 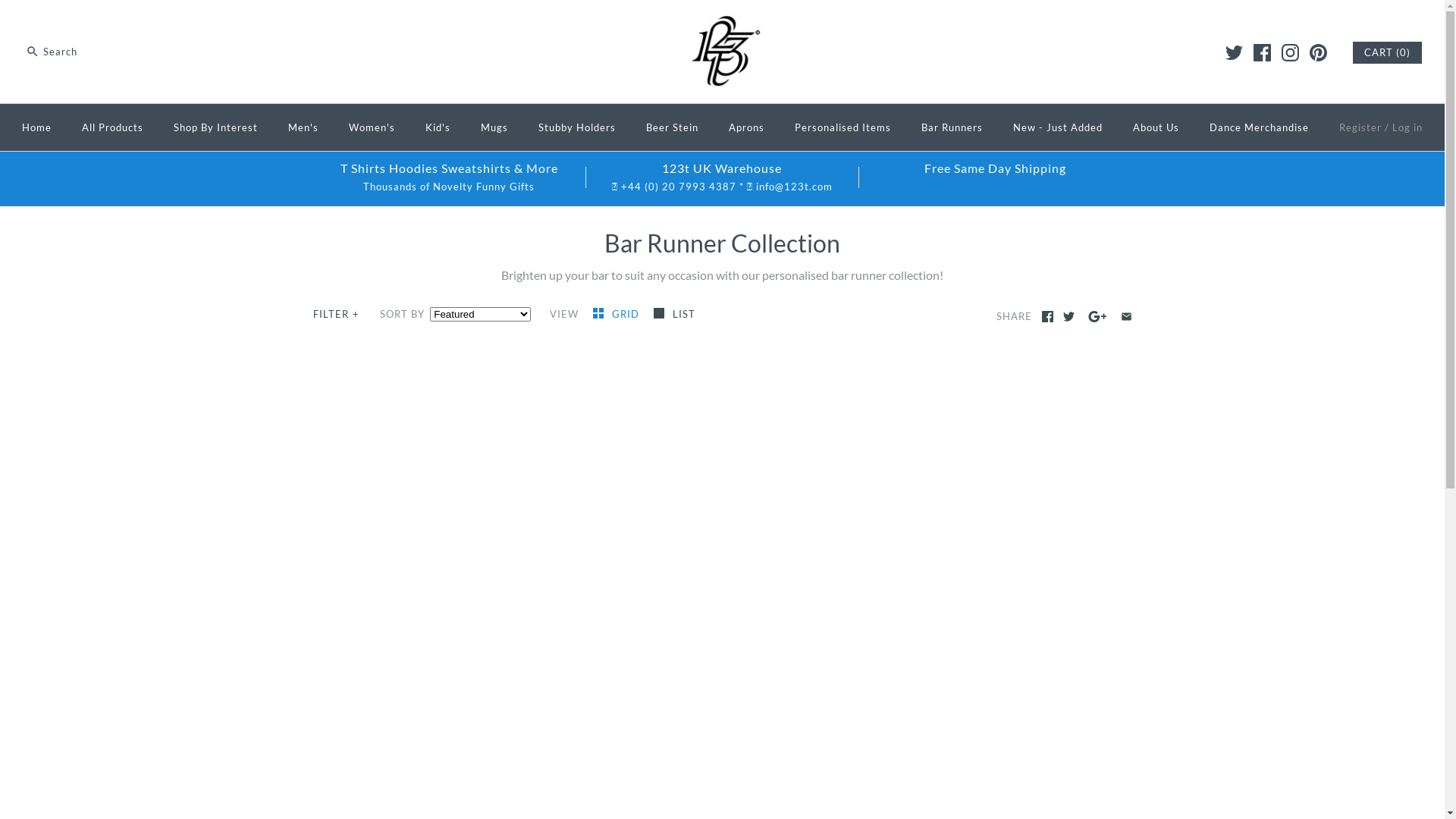 What do you see at coordinates (576, 127) in the screenshot?
I see `'Stubby Holders'` at bounding box center [576, 127].